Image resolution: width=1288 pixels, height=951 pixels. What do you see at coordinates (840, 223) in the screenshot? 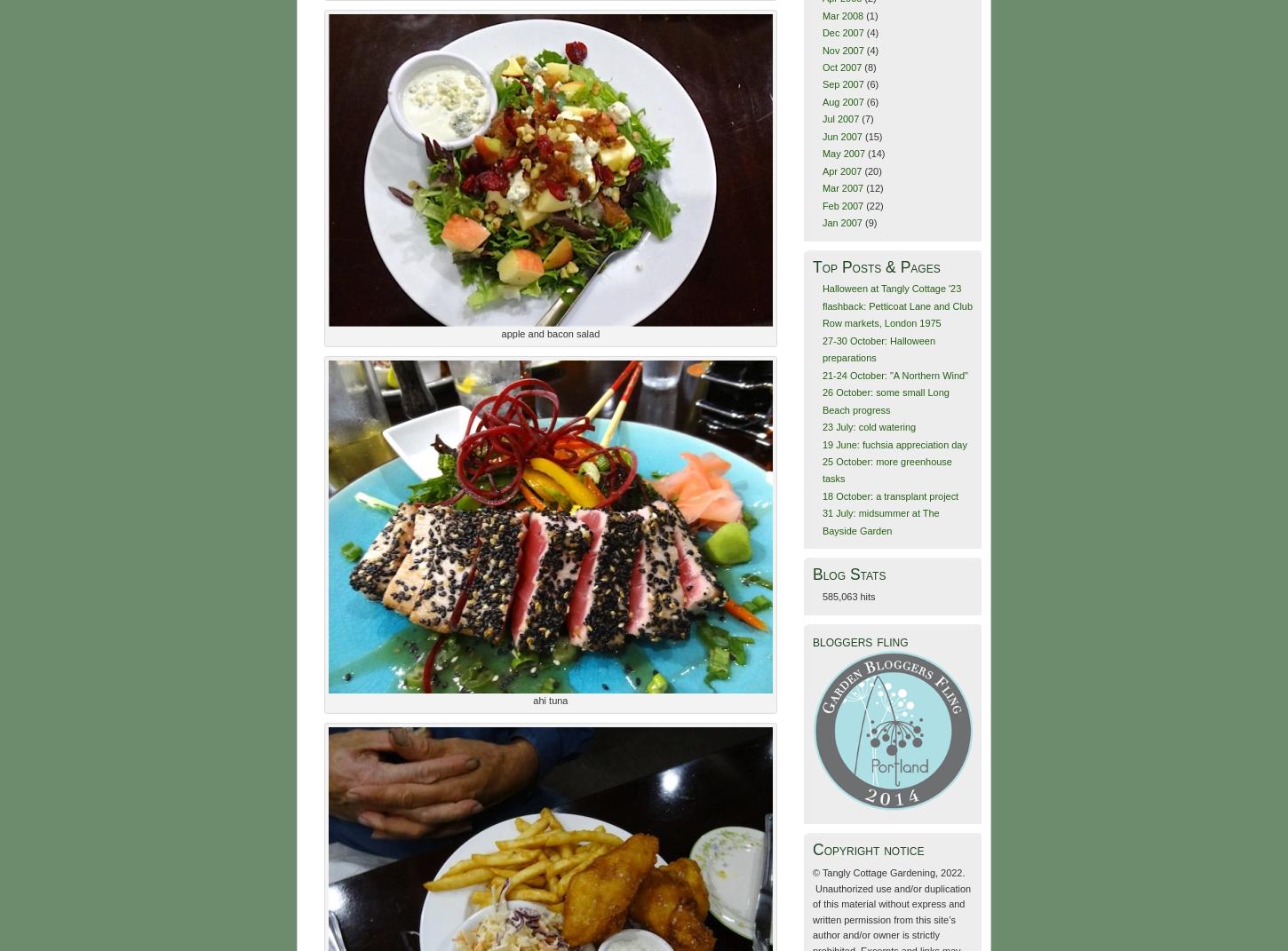
I see `'Jan 2007'` at bounding box center [840, 223].